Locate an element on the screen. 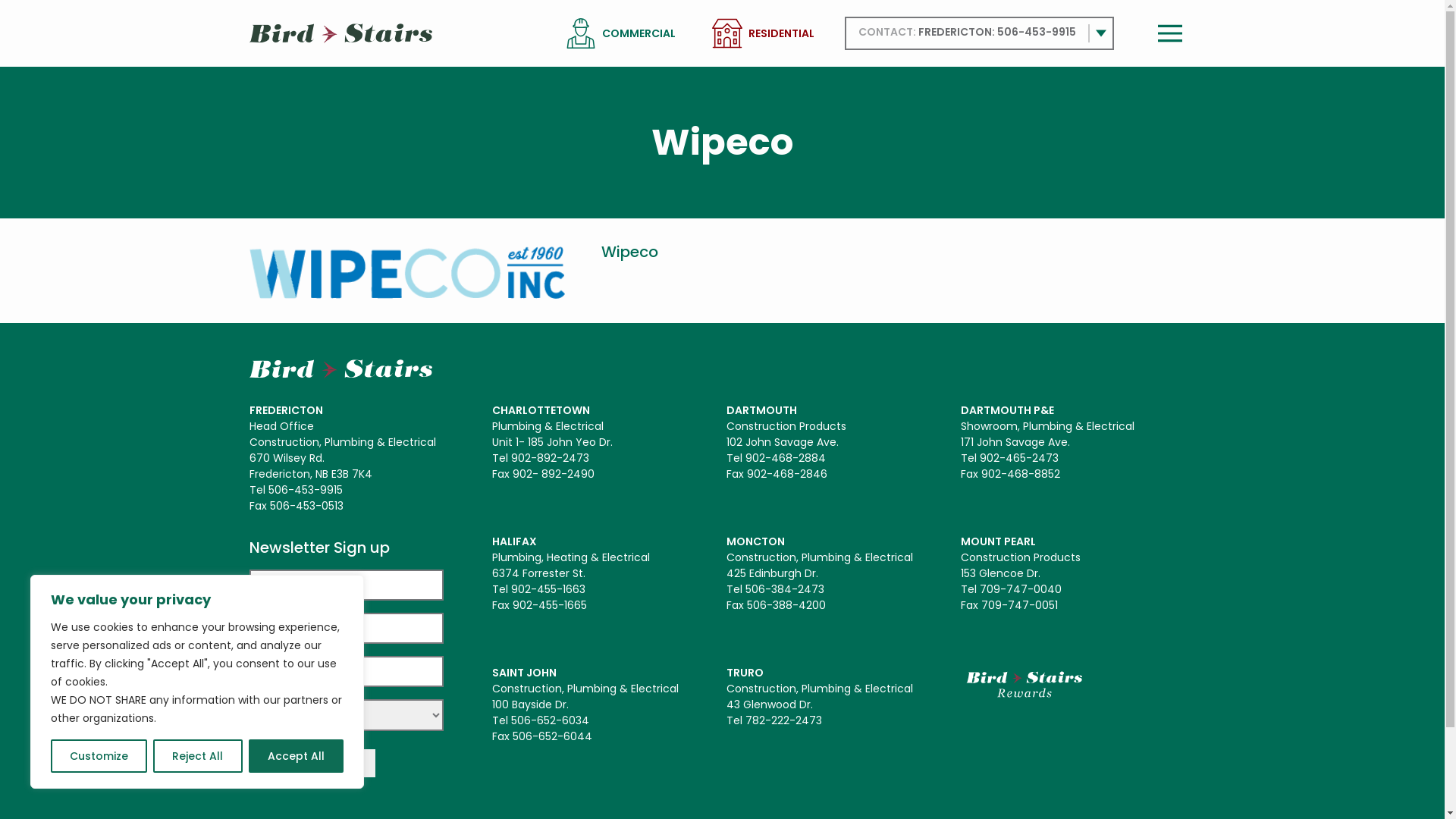  'Subscribe' is located at coordinates (311, 763).